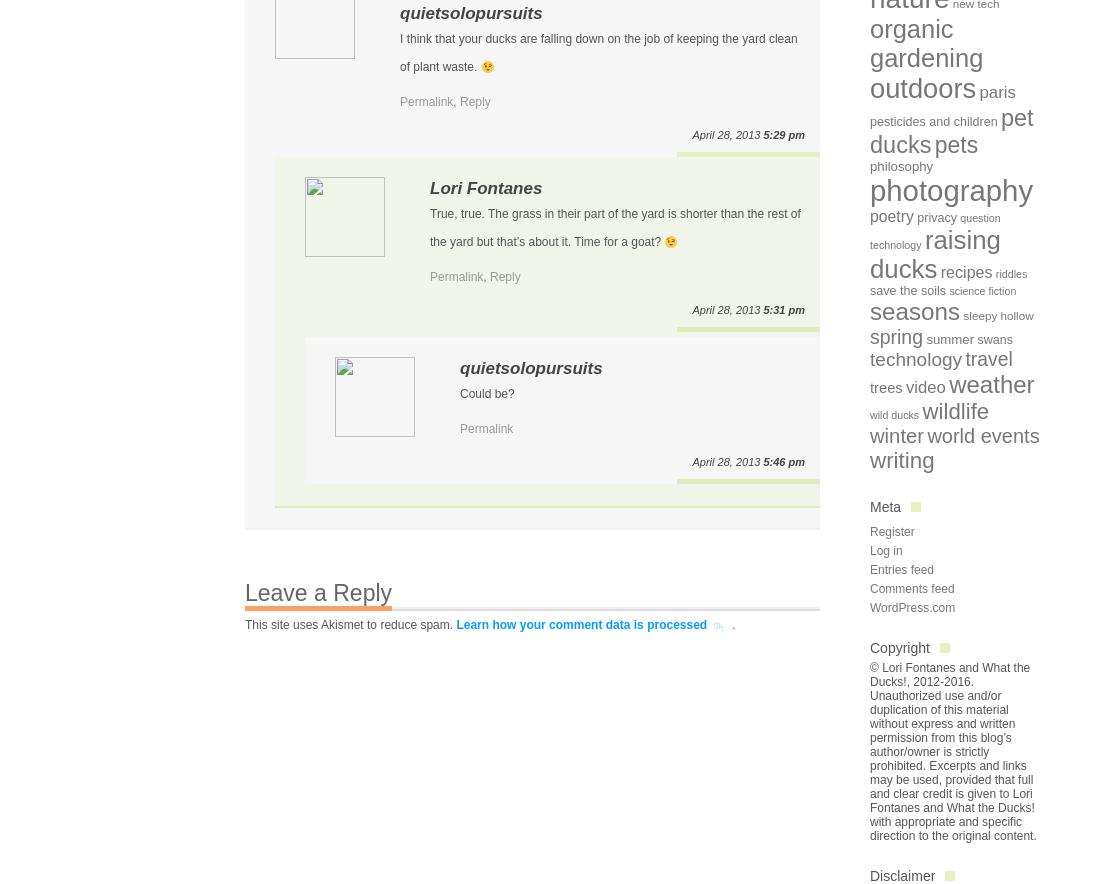  What do you see at coordinates (948, 290) in the screenshot?
I see `'science fiction'` at bounding box center [948, 290].